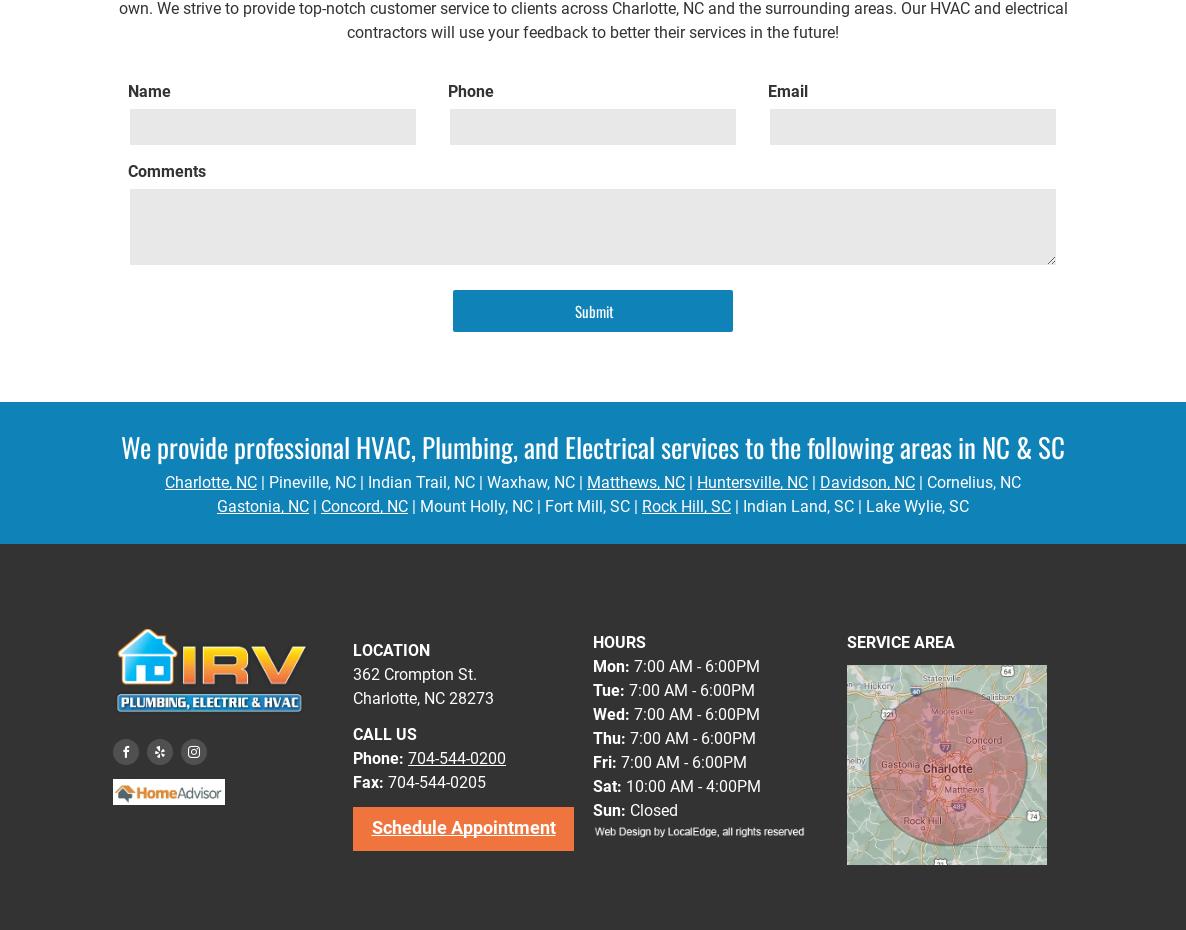  Describe the element at coordinates (621, 785) in the screenshot. I see `'10:00 AM - 4:00PM'` at that location.